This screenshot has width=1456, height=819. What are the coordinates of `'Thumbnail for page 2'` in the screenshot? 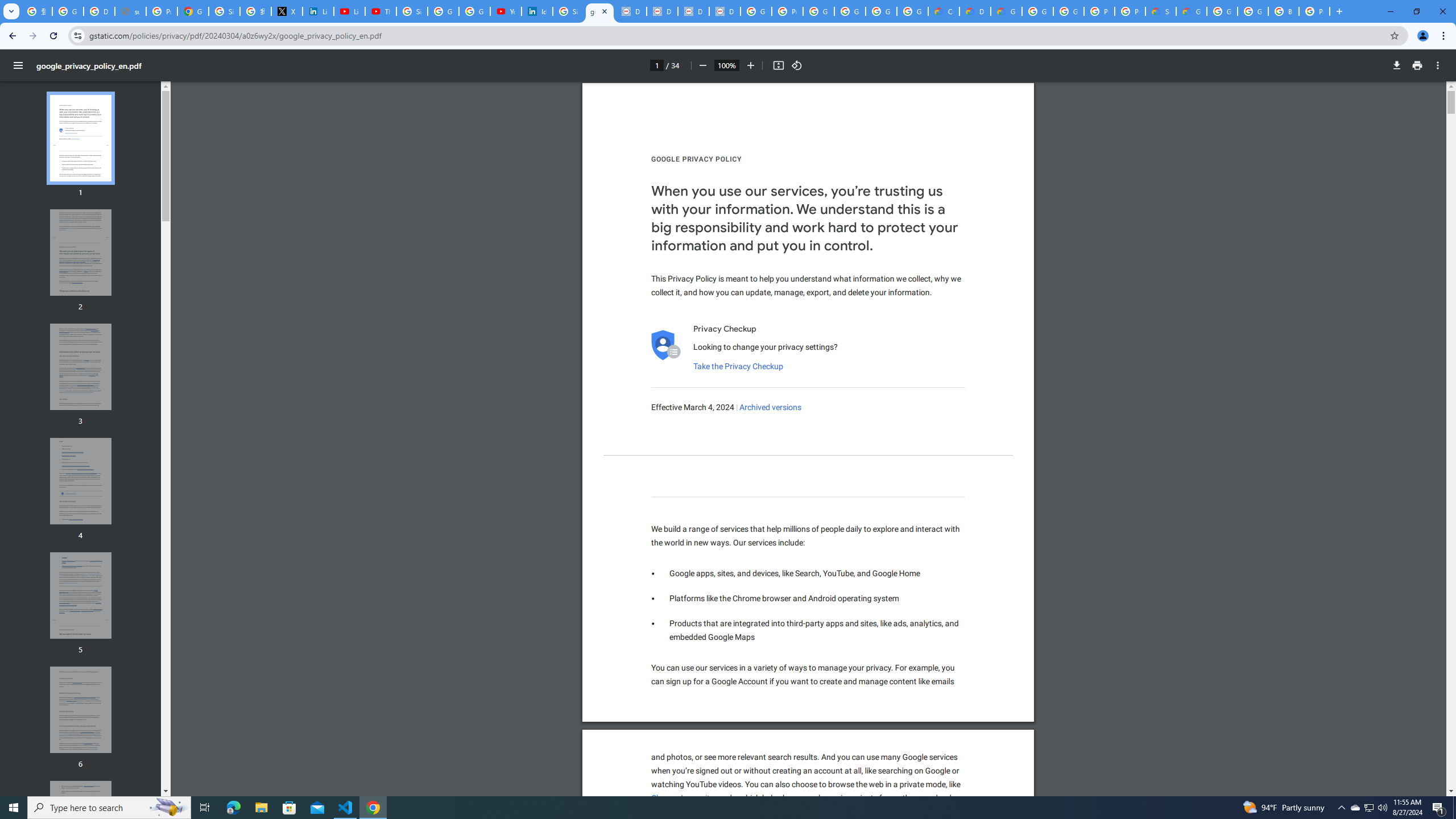 It's located at (81, 253).